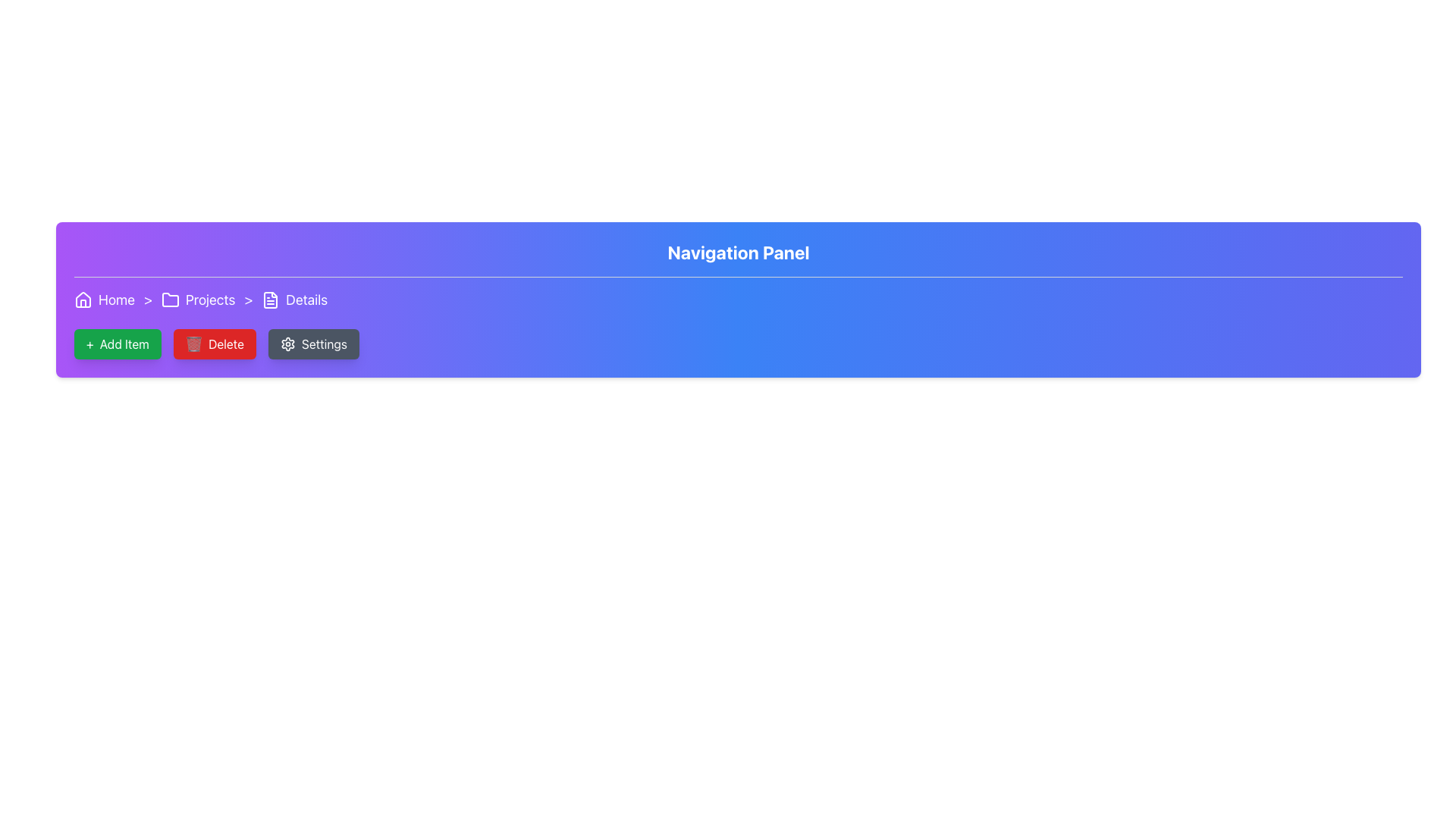 The image size is (1456, 819). I want to click on the center of the house icon in the breadcrumb navigation bar, so click(83, 303).